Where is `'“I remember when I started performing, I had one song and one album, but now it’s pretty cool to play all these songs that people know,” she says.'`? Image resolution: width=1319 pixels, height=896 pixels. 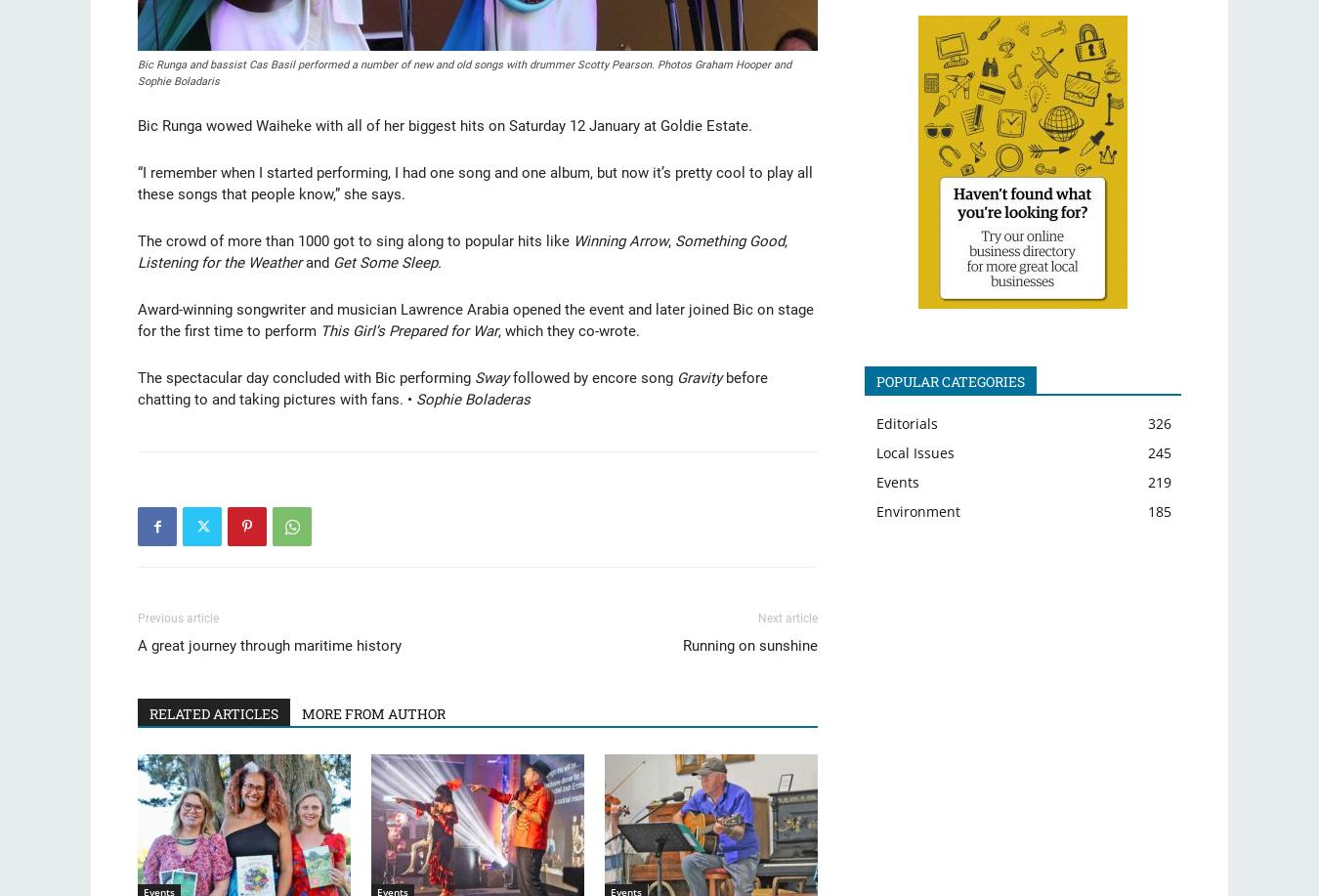
'“I remember when I started performing, I had one song and one album, but now it’s pretty cool to play all these songs that people know,” she says.' is located at coordinates (474, 183).